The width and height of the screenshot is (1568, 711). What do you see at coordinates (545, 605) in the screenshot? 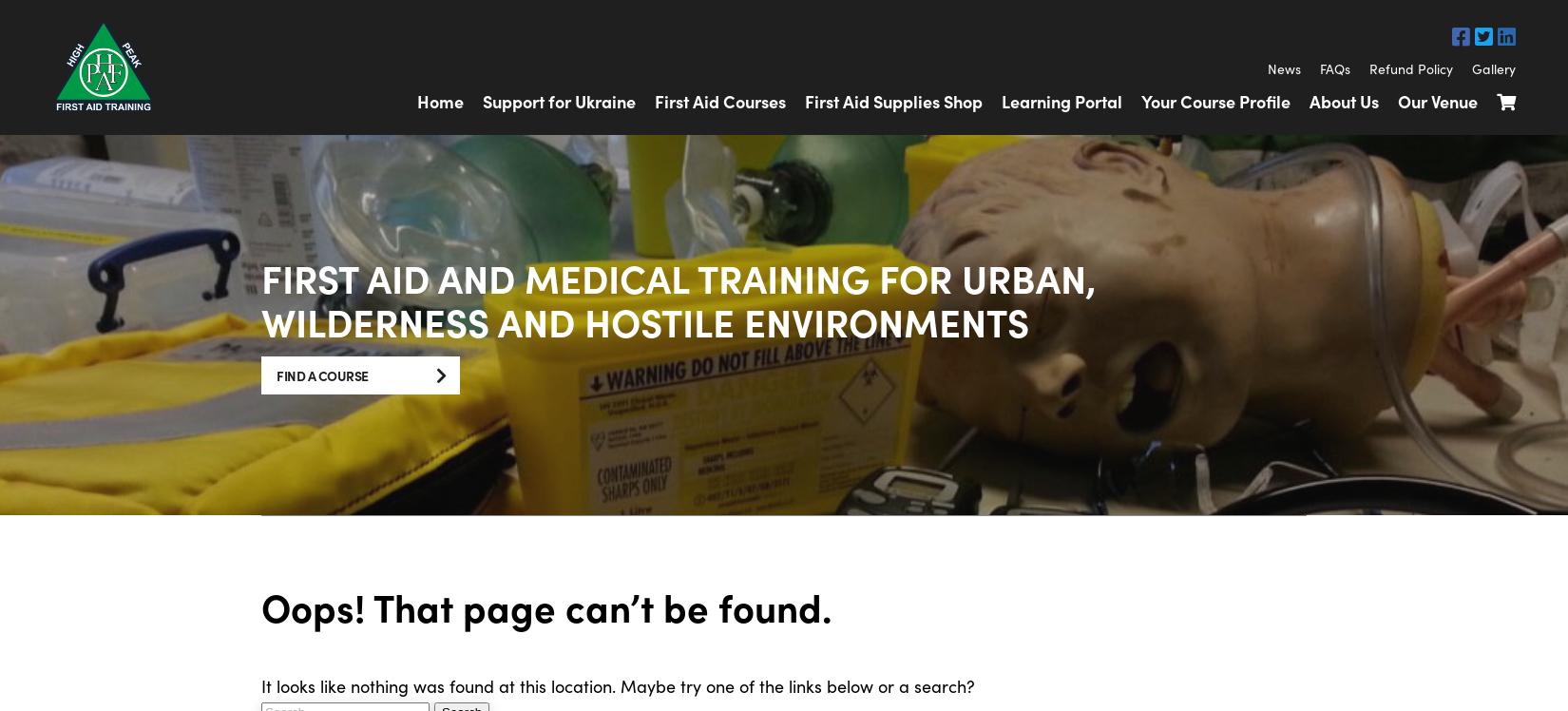
I see `'Oops! That page can’t be found.'` at bounding box center [545, 605].